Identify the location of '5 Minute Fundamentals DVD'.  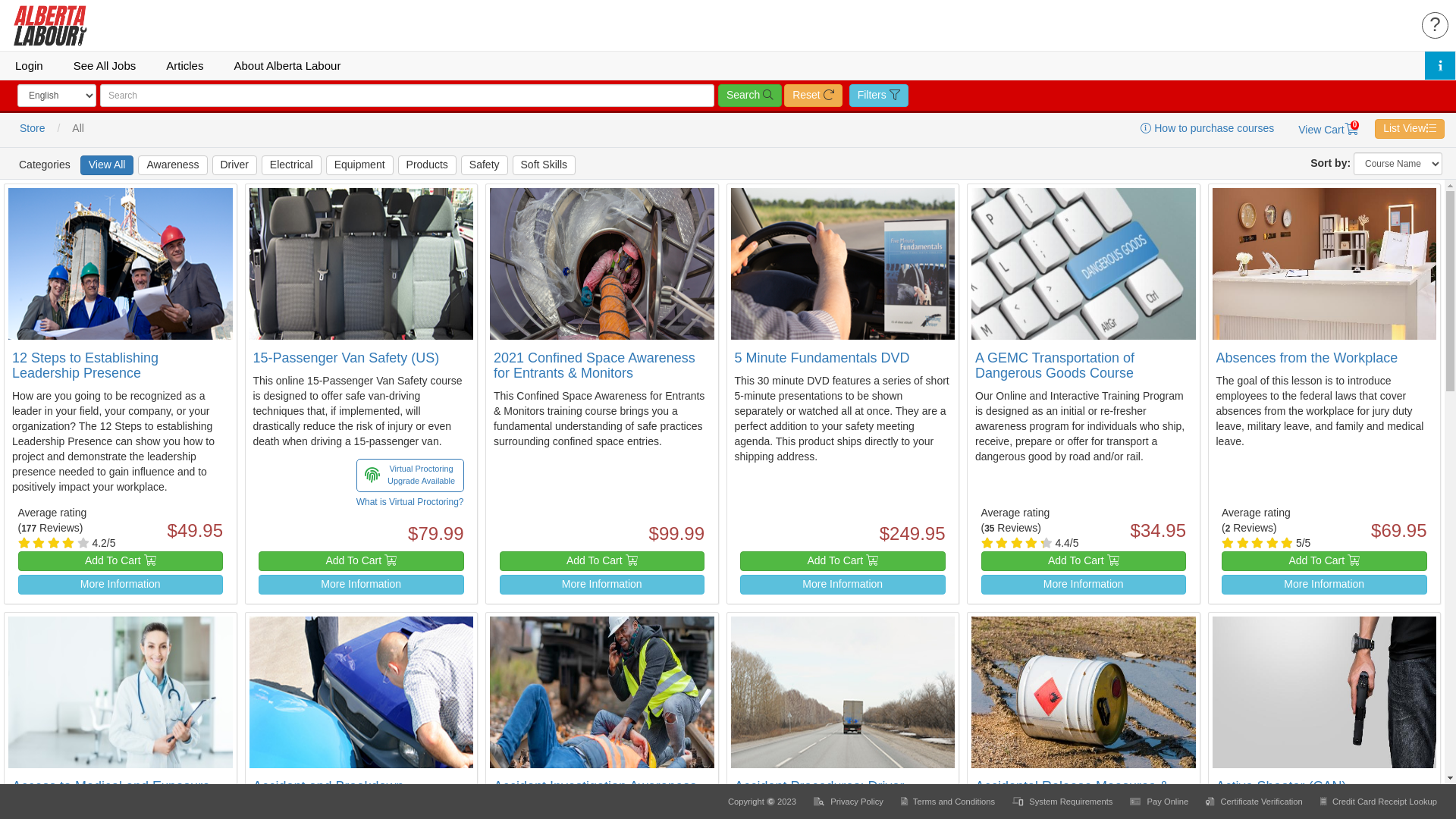
(821, 357).